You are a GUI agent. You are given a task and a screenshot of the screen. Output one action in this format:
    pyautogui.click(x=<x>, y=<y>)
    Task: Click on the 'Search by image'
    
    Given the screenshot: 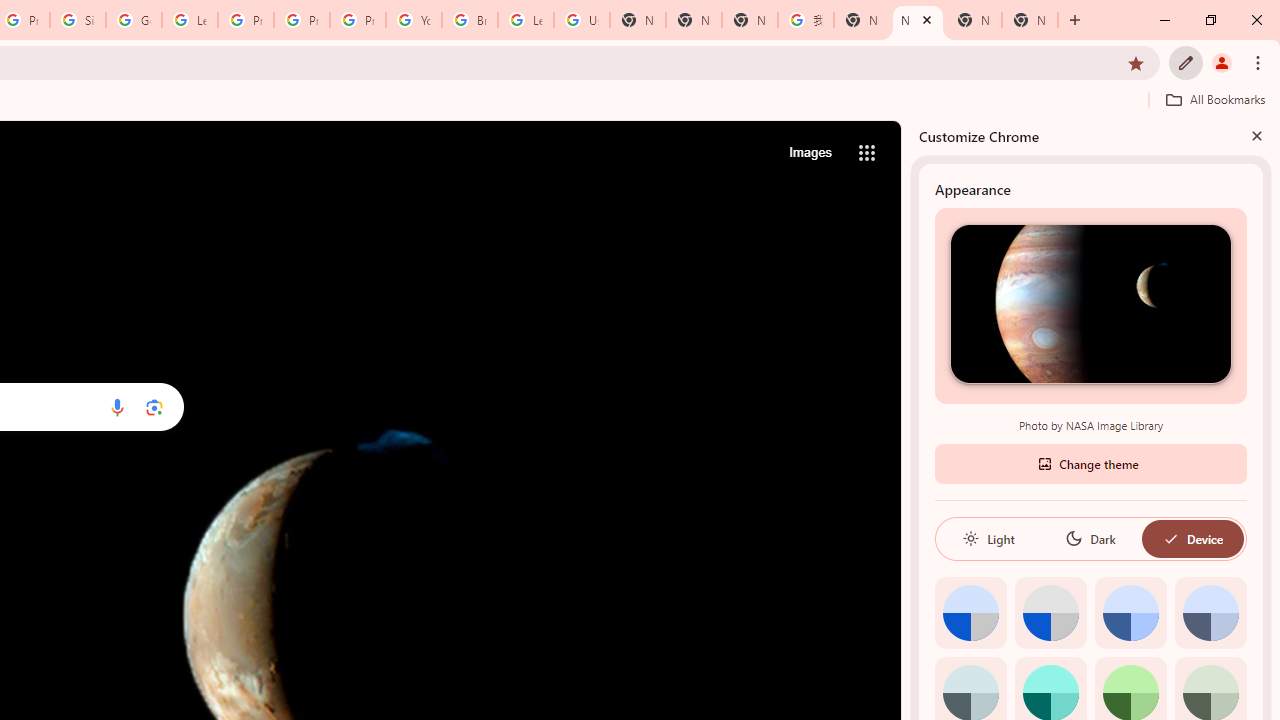 What is the action you would take?
    pyautogui.click(x=153, y=406)
    